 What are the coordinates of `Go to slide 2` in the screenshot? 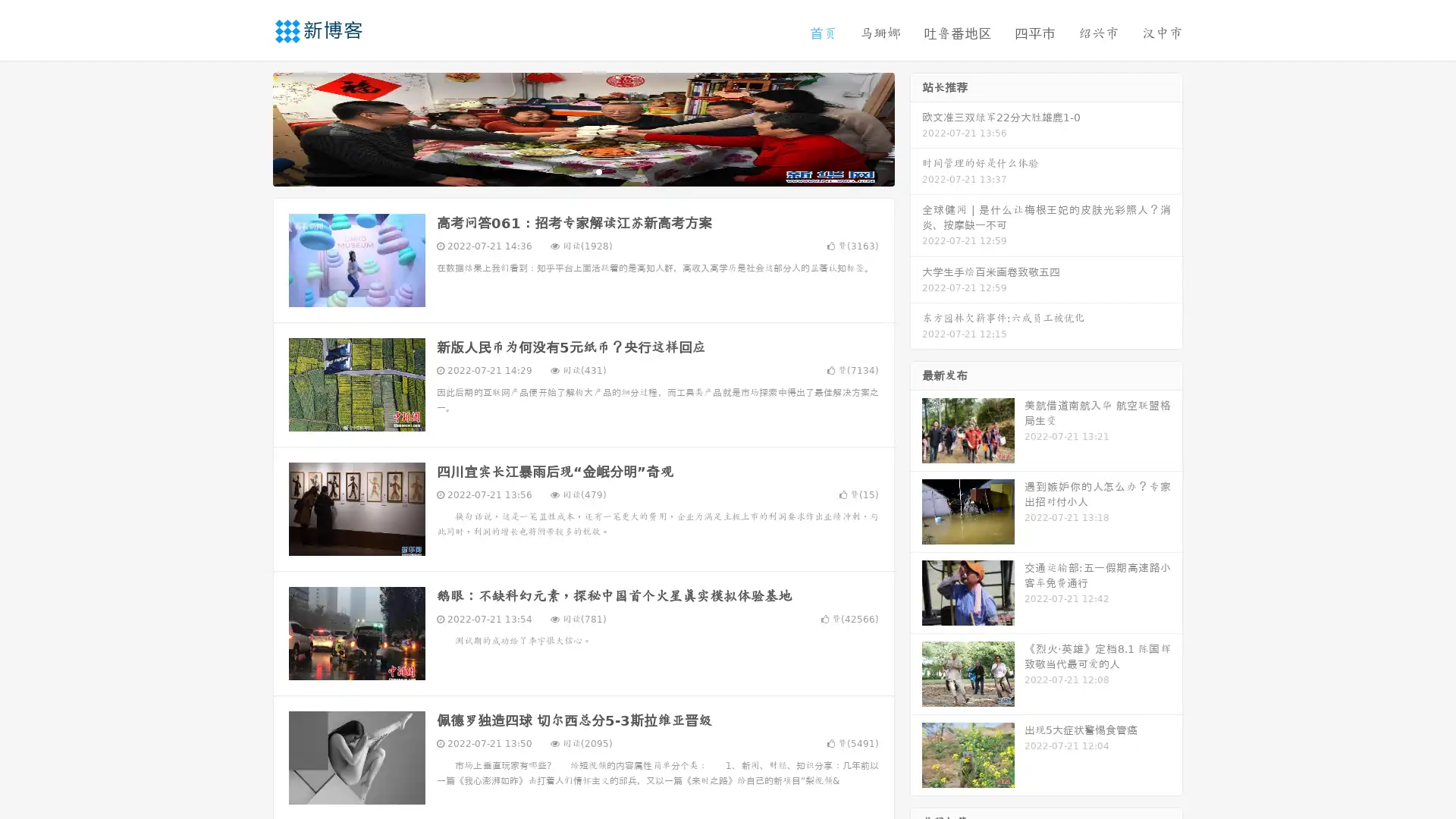 It's located at (582, 171).